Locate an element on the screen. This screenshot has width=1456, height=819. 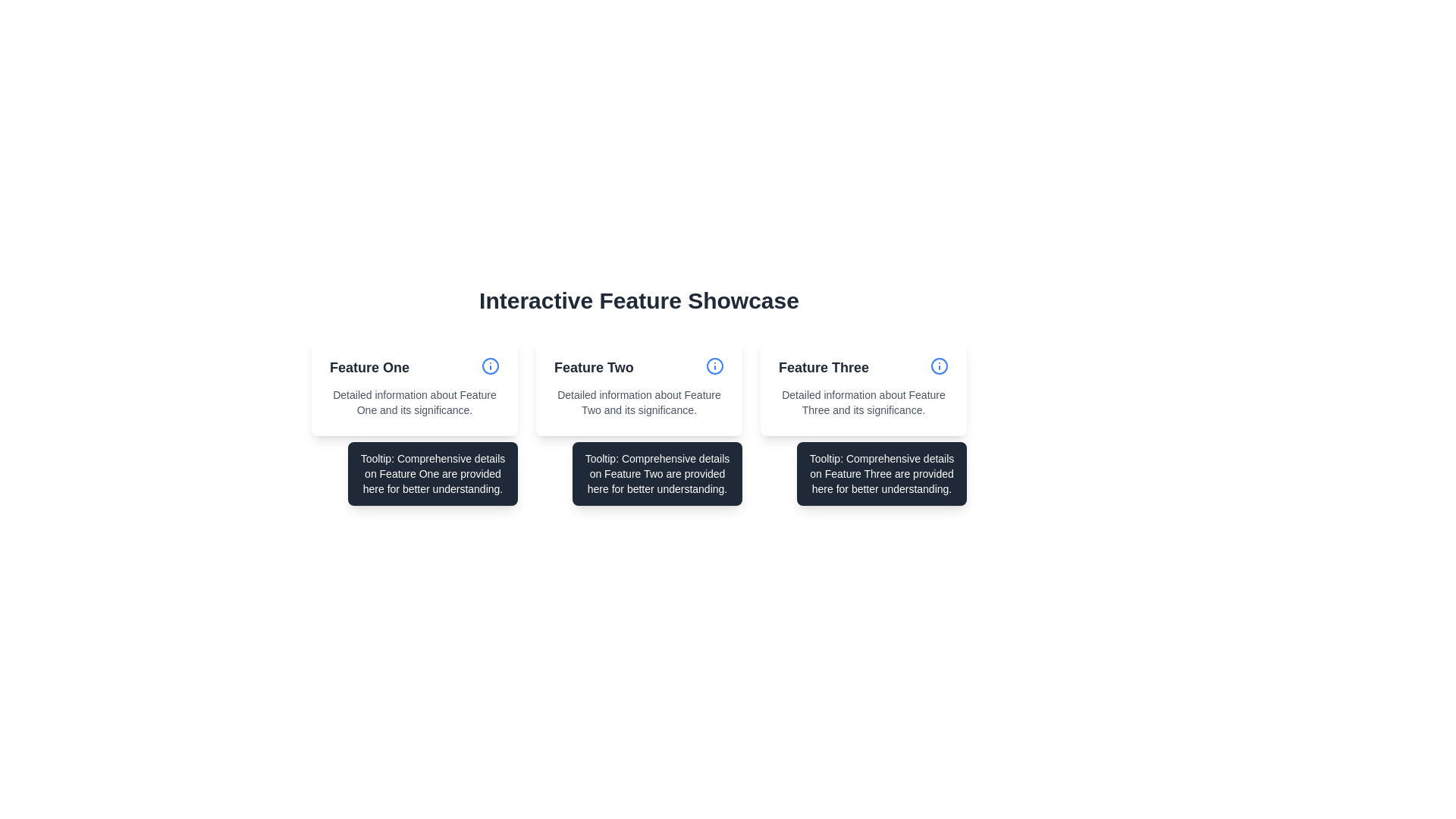
textual content of the informational card about 'Feature Two', which is the middle card in the grid layout under the 'Interactive Feature Showcase' header is located at coordinates (639, 386).